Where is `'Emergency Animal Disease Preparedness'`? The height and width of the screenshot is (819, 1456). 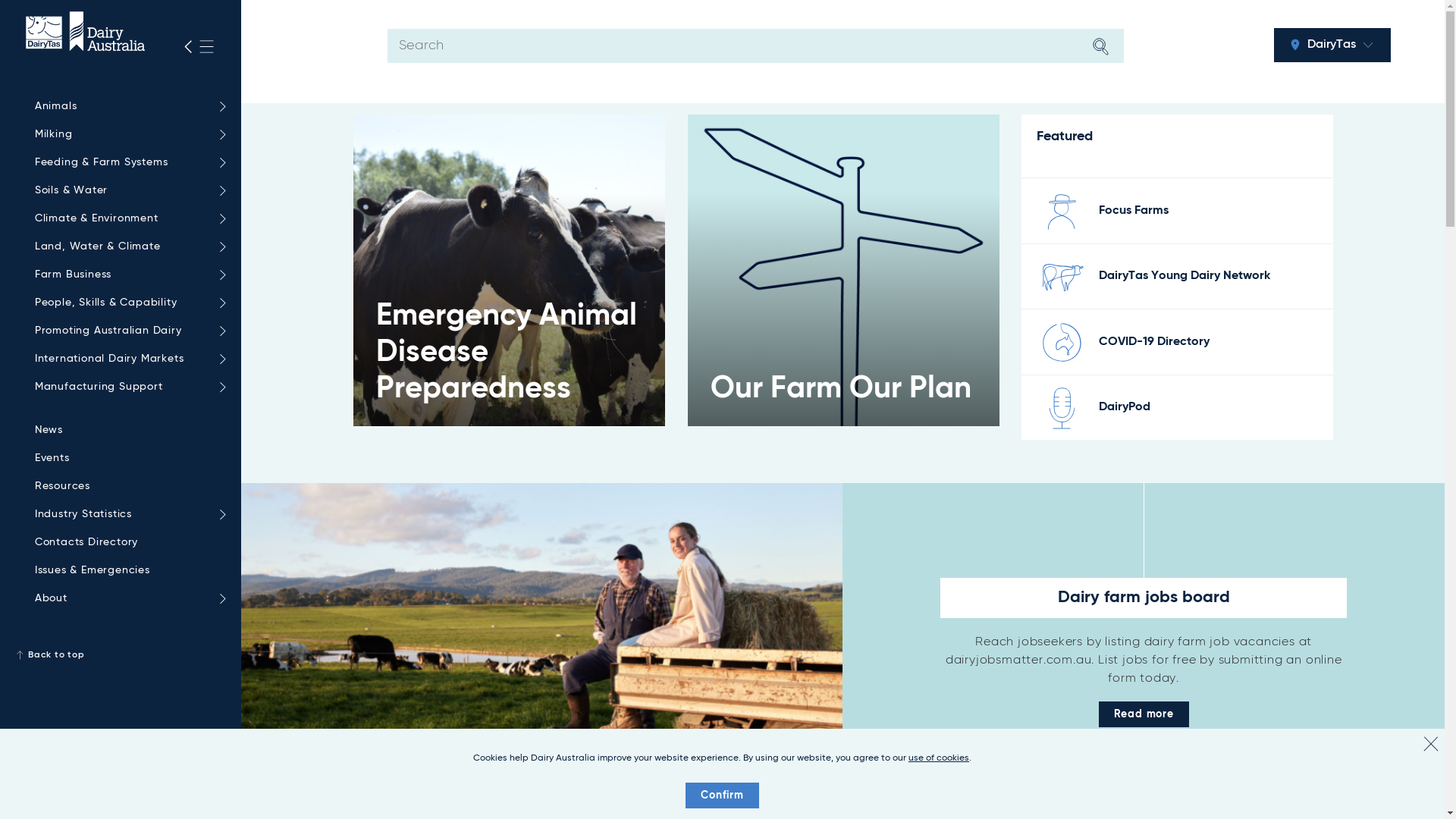 'Emergency Animal Disease Preparedness' is located at coordinates (509, 269).